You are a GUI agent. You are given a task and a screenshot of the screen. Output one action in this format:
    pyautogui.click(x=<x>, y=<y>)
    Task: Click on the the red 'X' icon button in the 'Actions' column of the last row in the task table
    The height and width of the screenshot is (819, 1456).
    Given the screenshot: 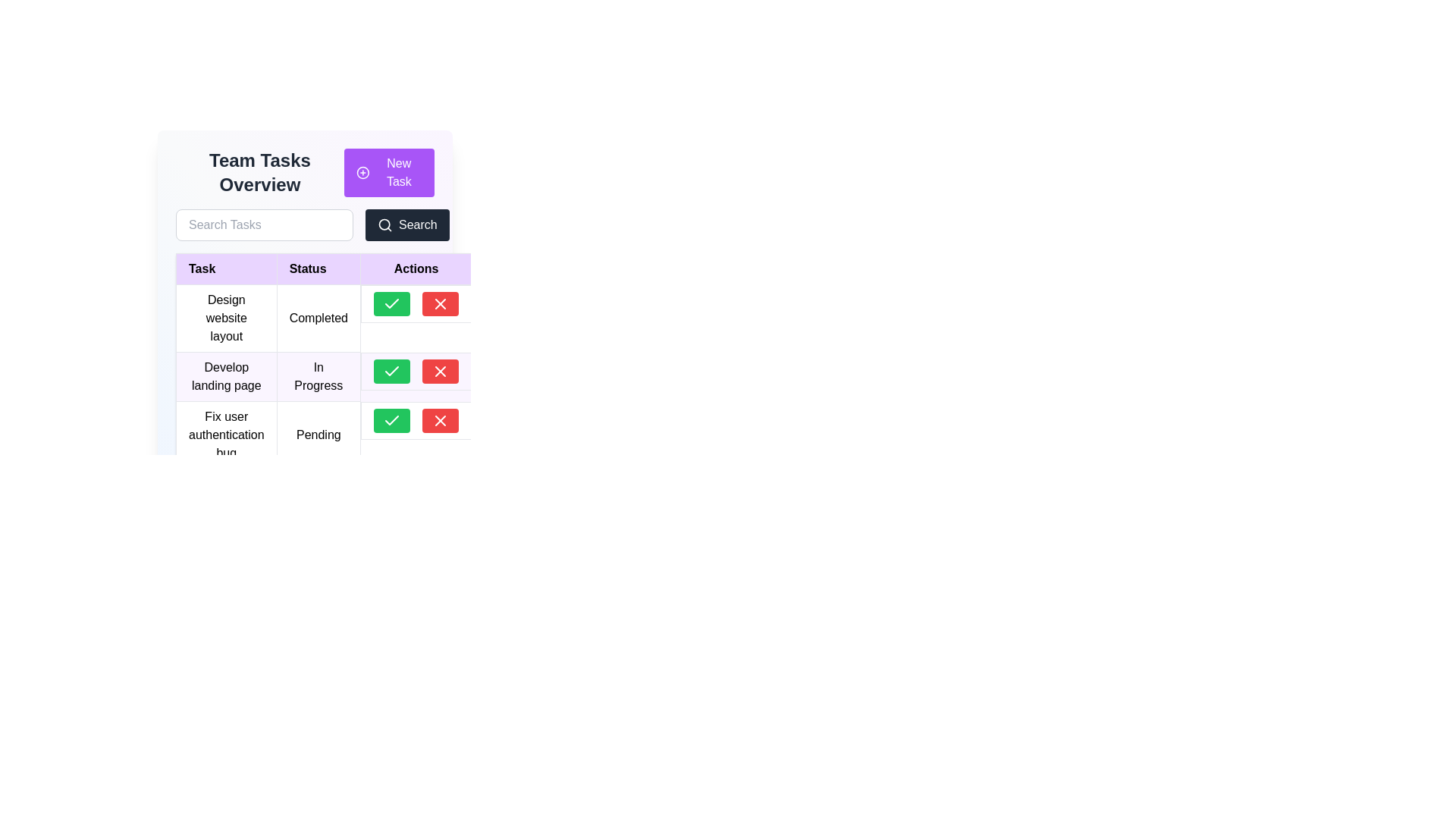 What is the action you would take?
    pyautogui.click(x=439, y=420)
    